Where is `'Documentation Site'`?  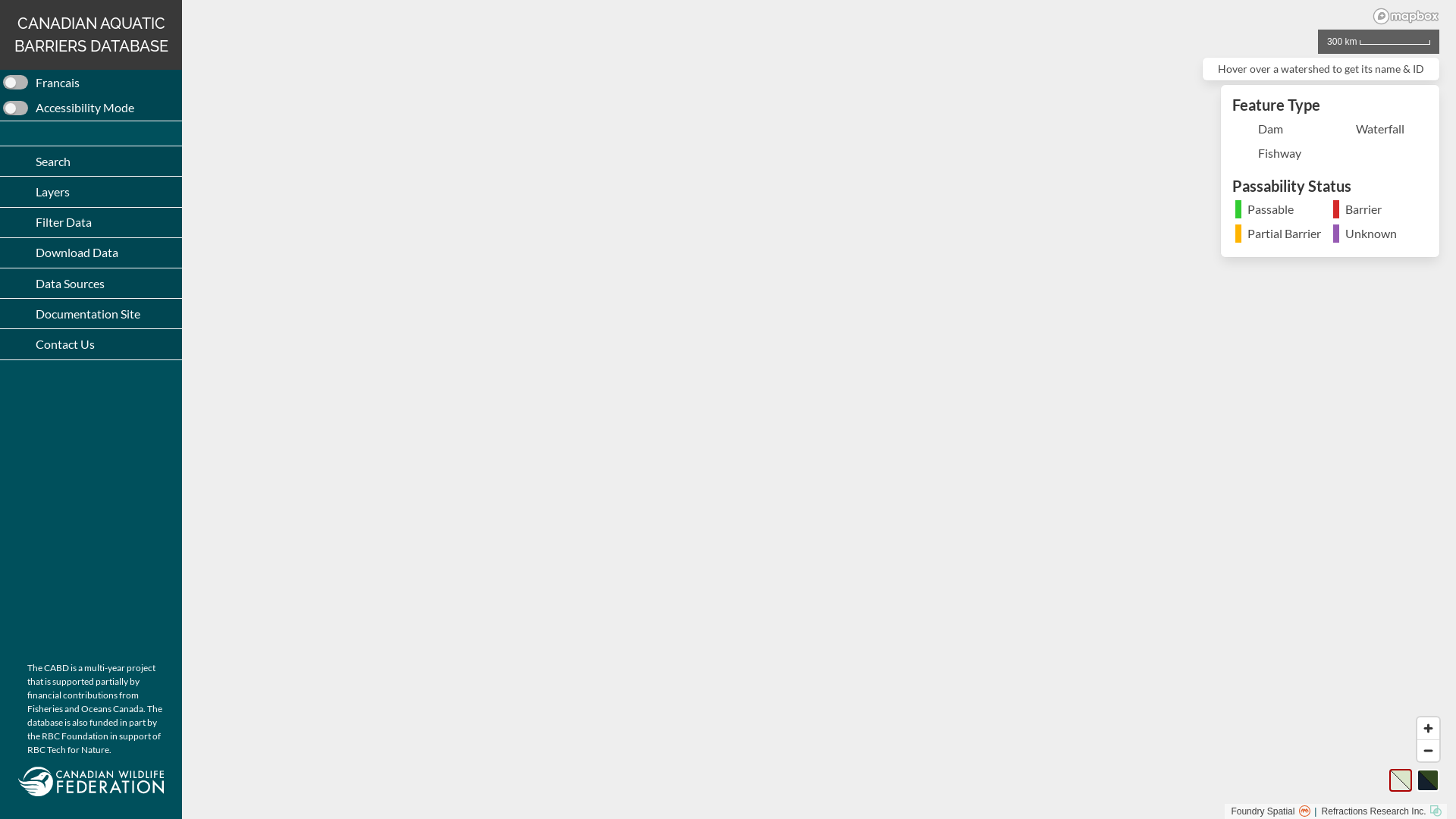
'Documentation Site' is located at coordinates (90, 312).